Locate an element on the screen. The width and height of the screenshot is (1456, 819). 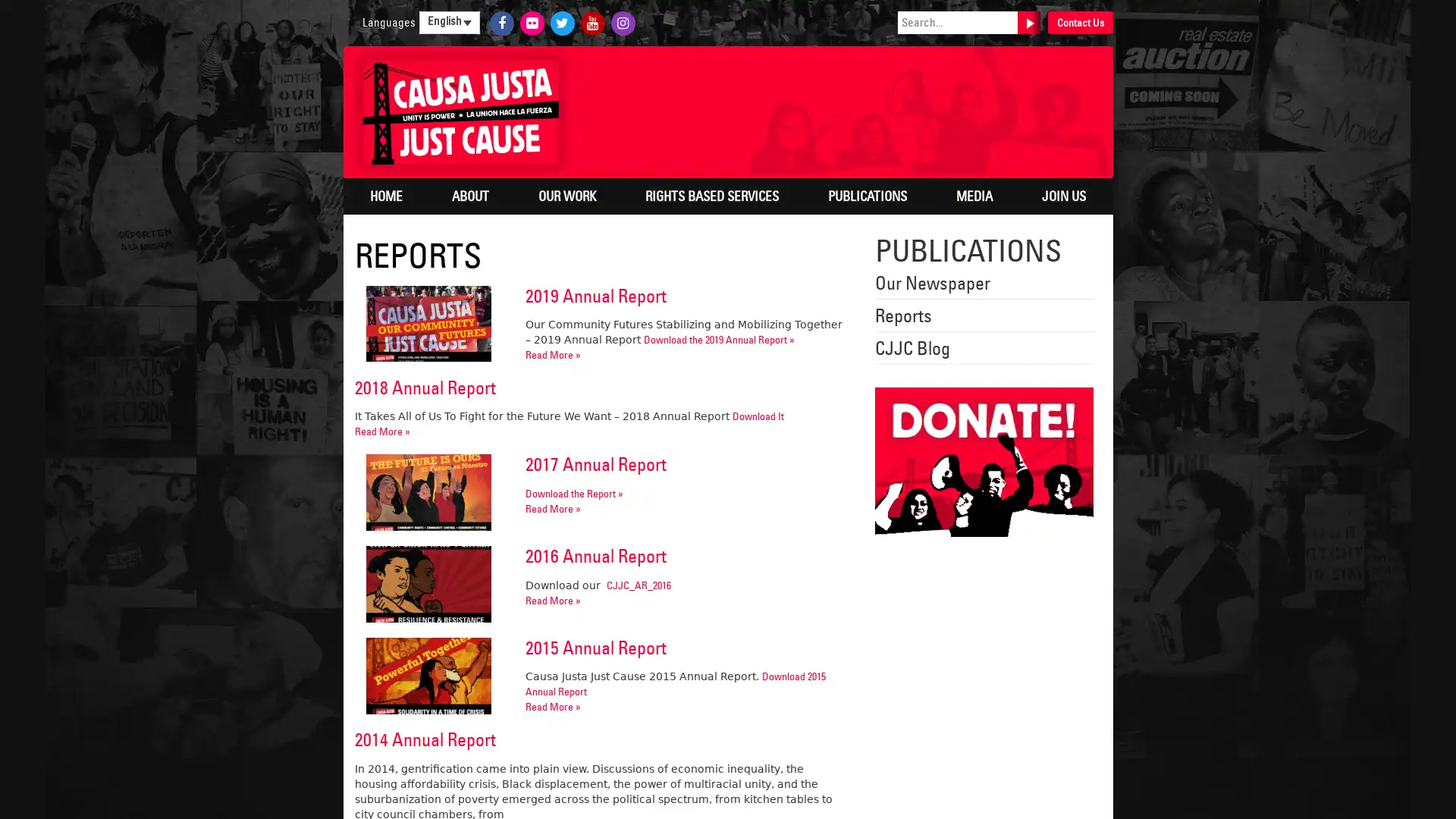
Contact Us is located at coordinates (1079, 23).